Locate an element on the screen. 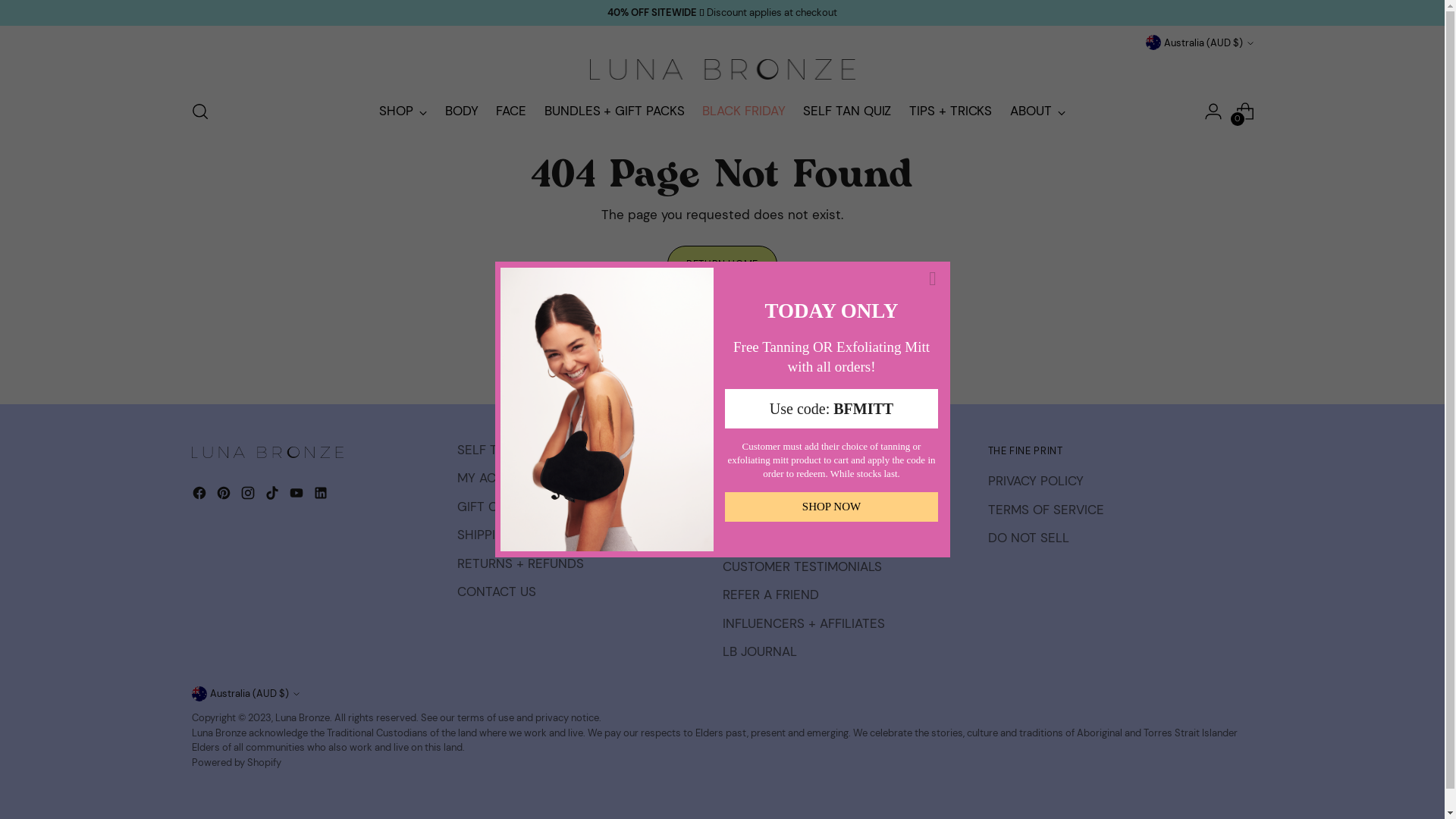 The image size is (1456, 819). 'TERMS OF SERVICE' is located at coordinates (1044, 509).